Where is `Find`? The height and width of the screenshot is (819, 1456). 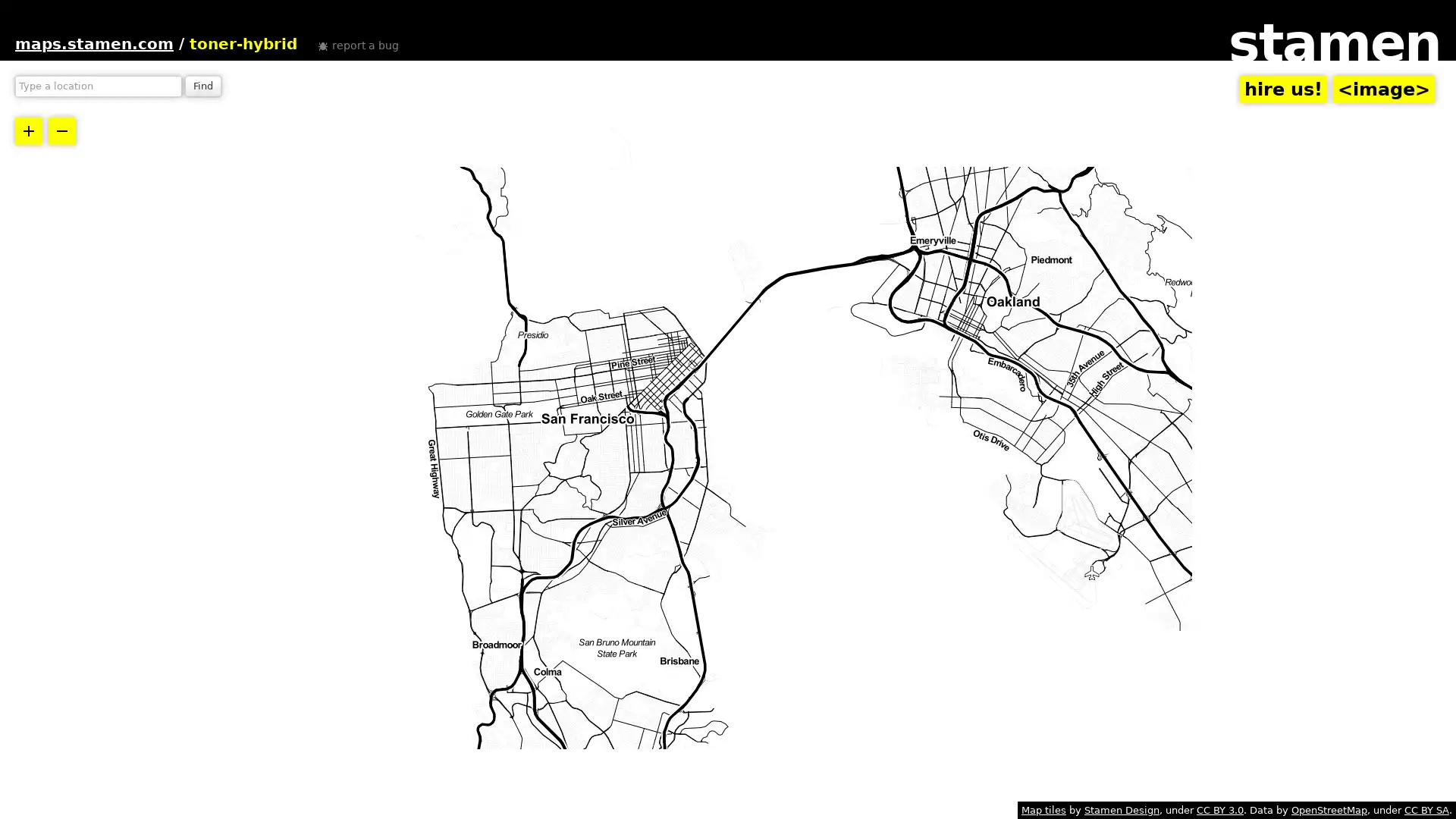 Find is located at coordinates (202, 86).